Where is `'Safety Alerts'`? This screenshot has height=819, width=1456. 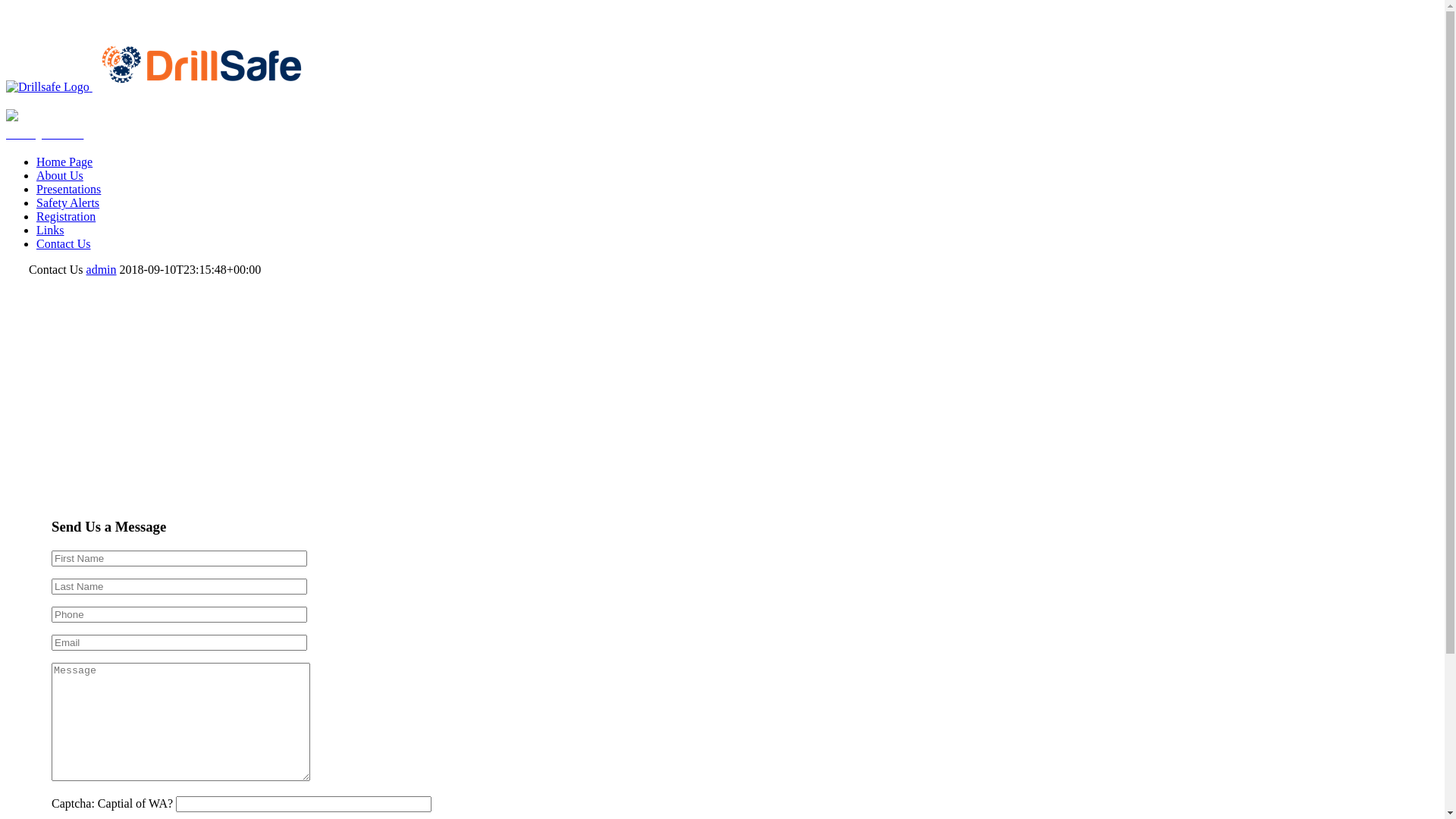
'Safety Alerts' is located at coordinates (44, 132).